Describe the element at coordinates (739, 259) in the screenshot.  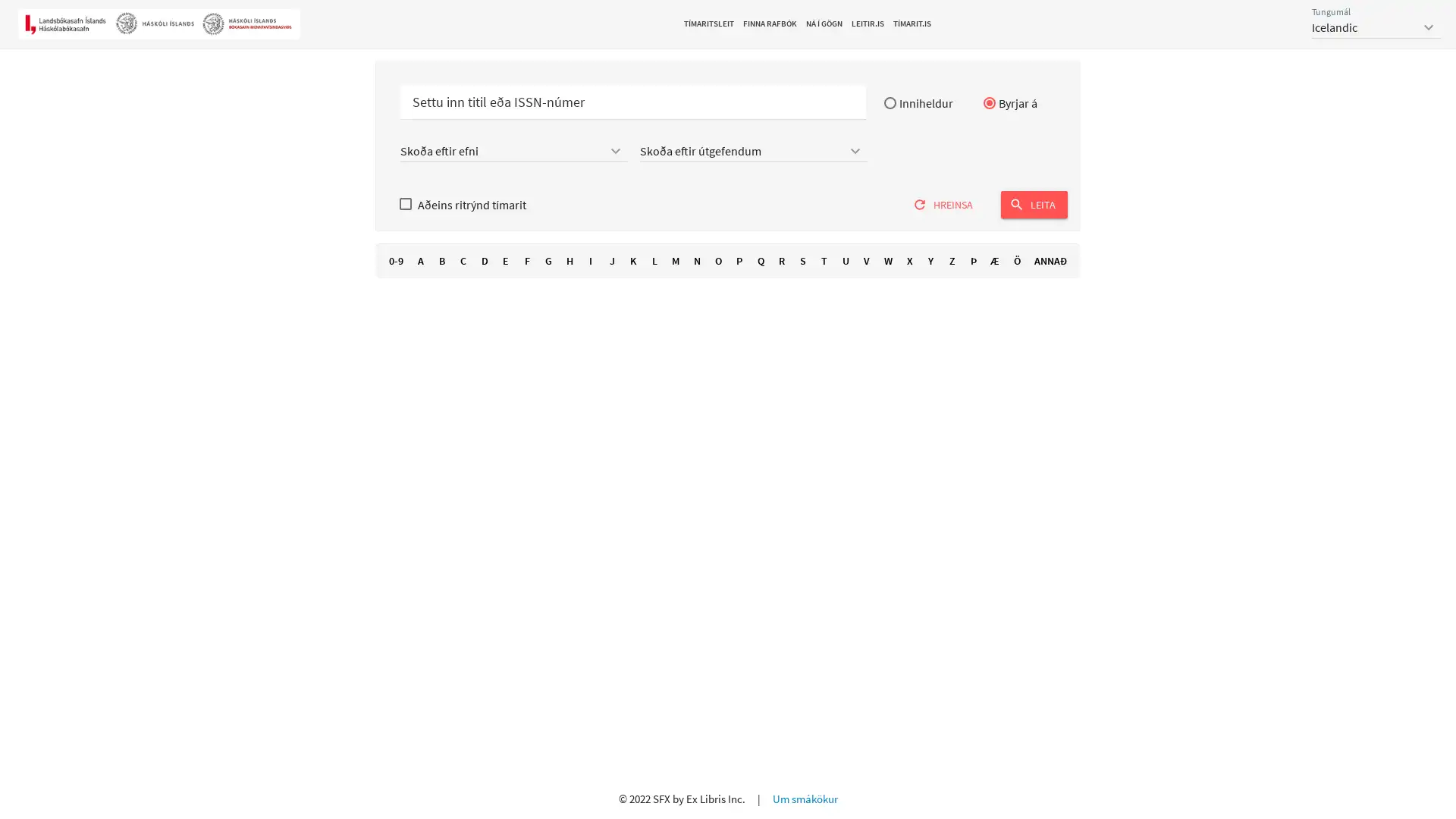
I see `P` at that location.